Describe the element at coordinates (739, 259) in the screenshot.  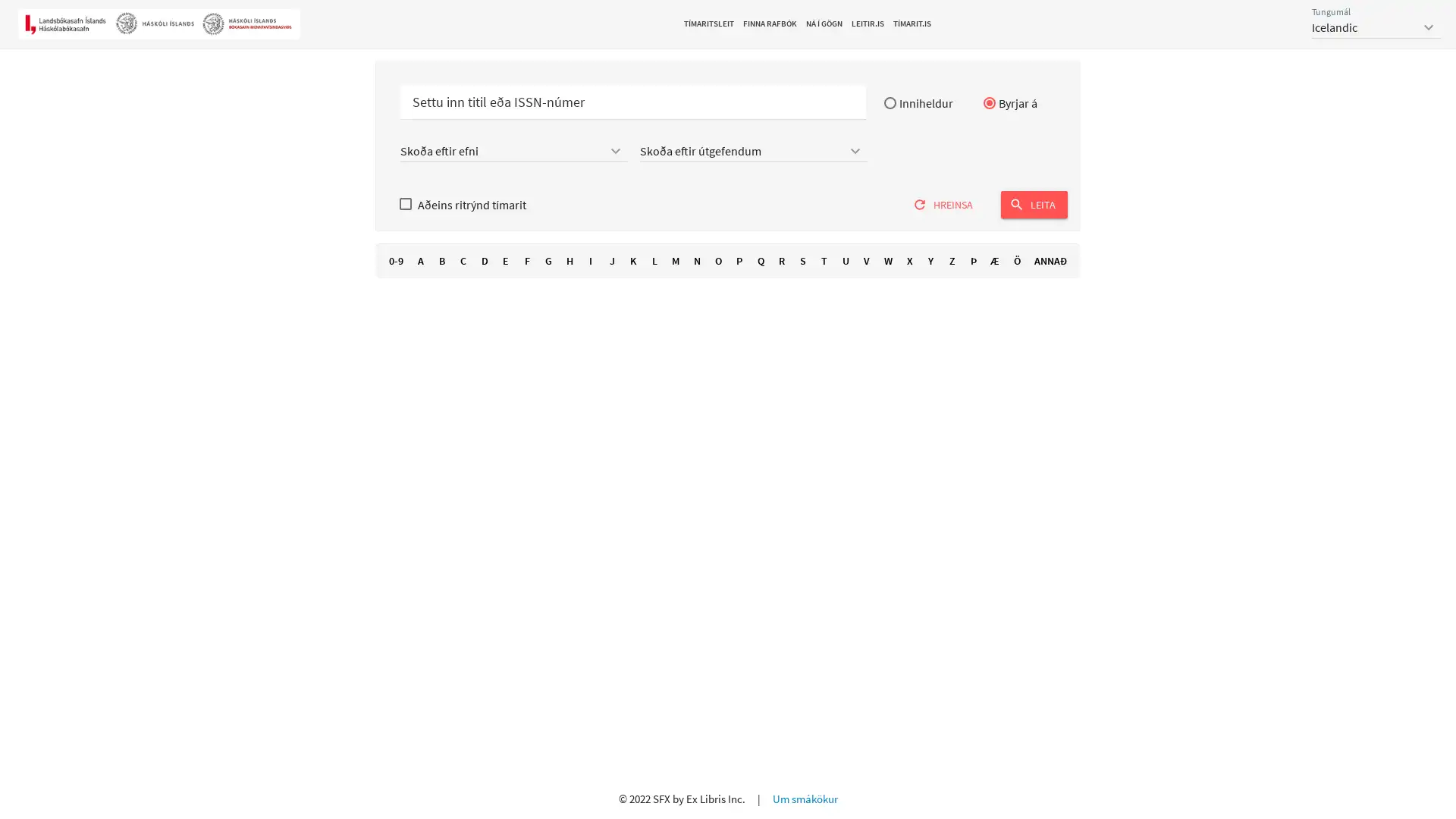
I see `P` at that location.